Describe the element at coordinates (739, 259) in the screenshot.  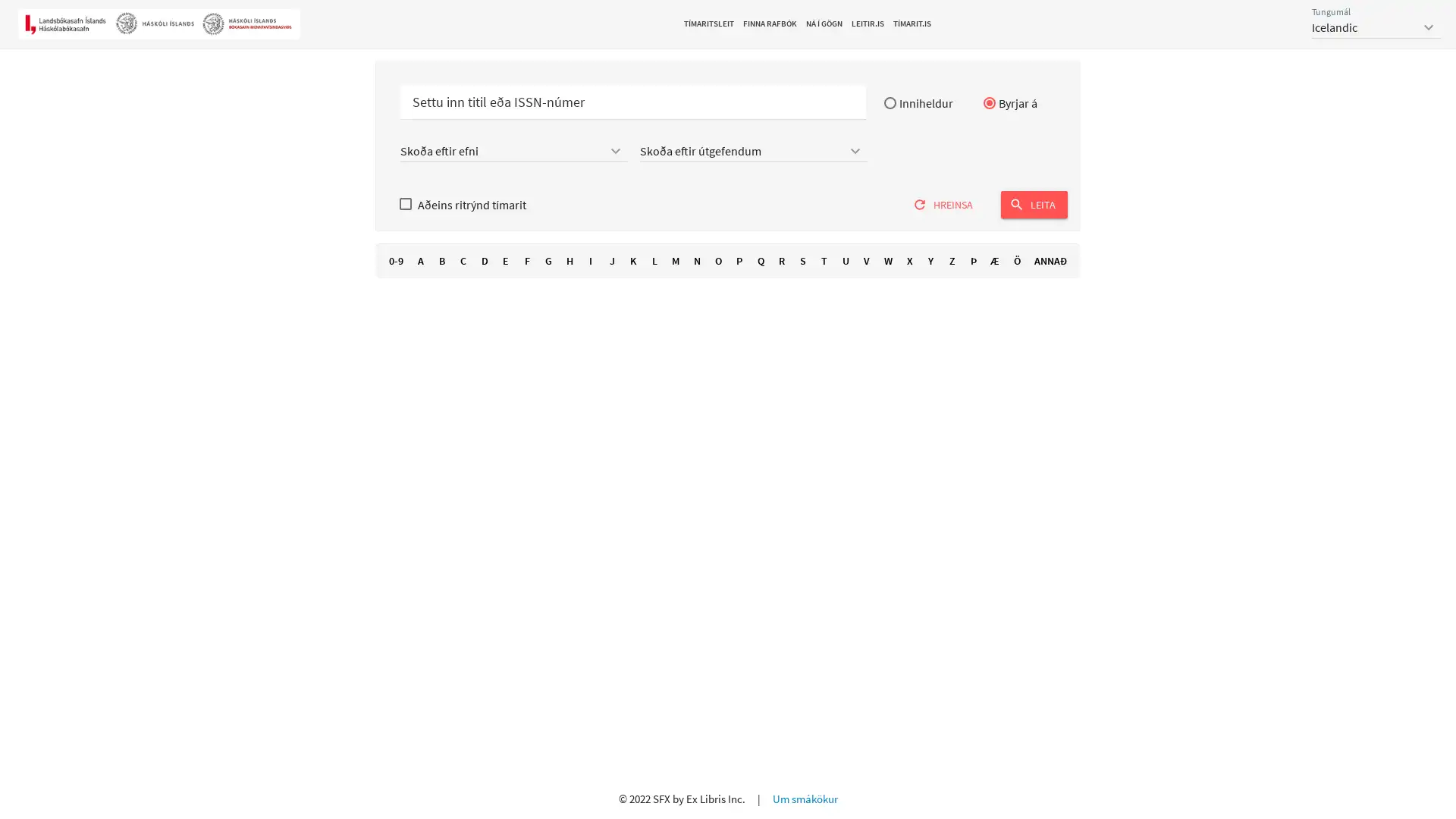
I see `P` at that location.